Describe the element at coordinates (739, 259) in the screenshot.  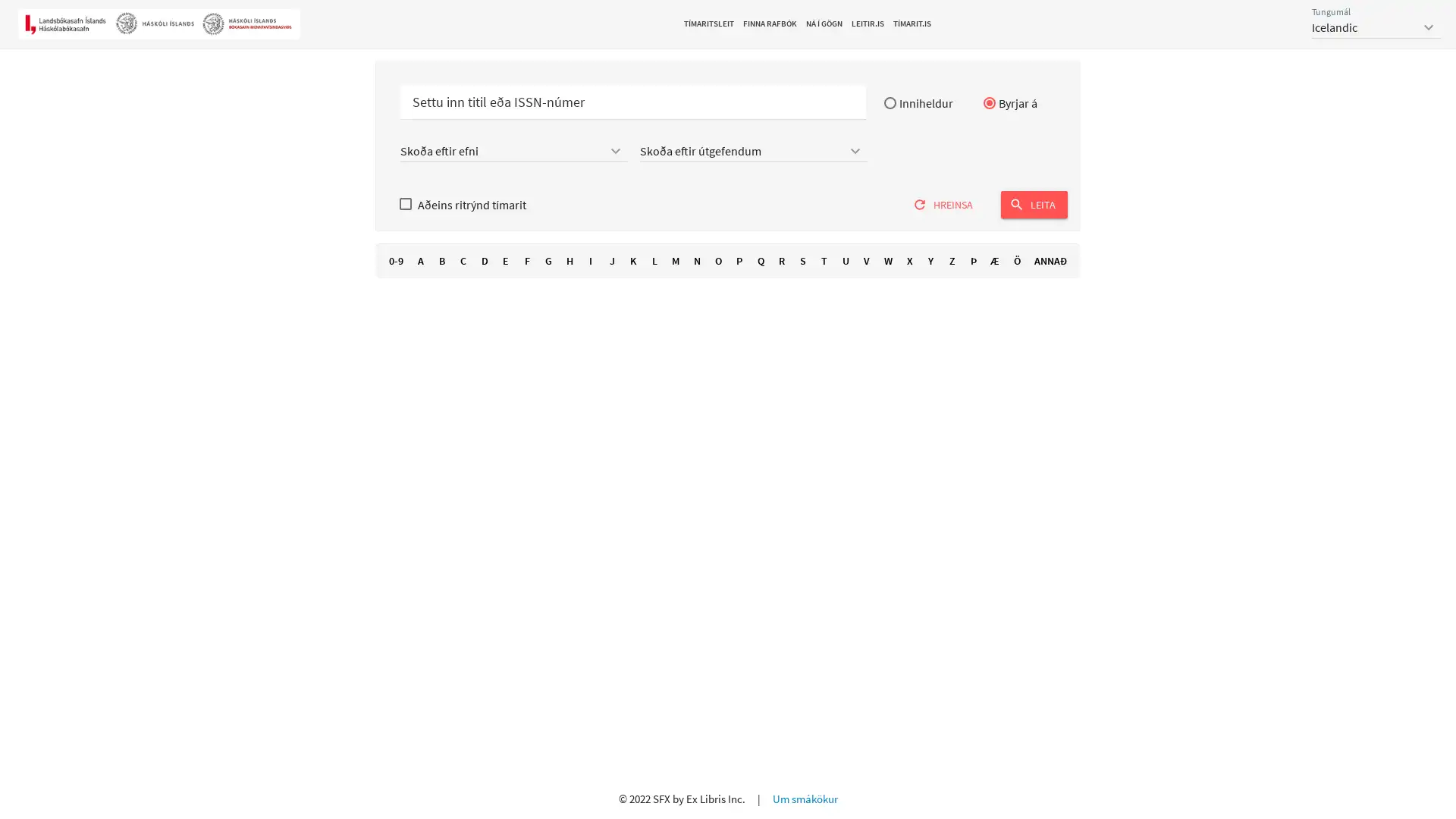
I see `P` at that location.